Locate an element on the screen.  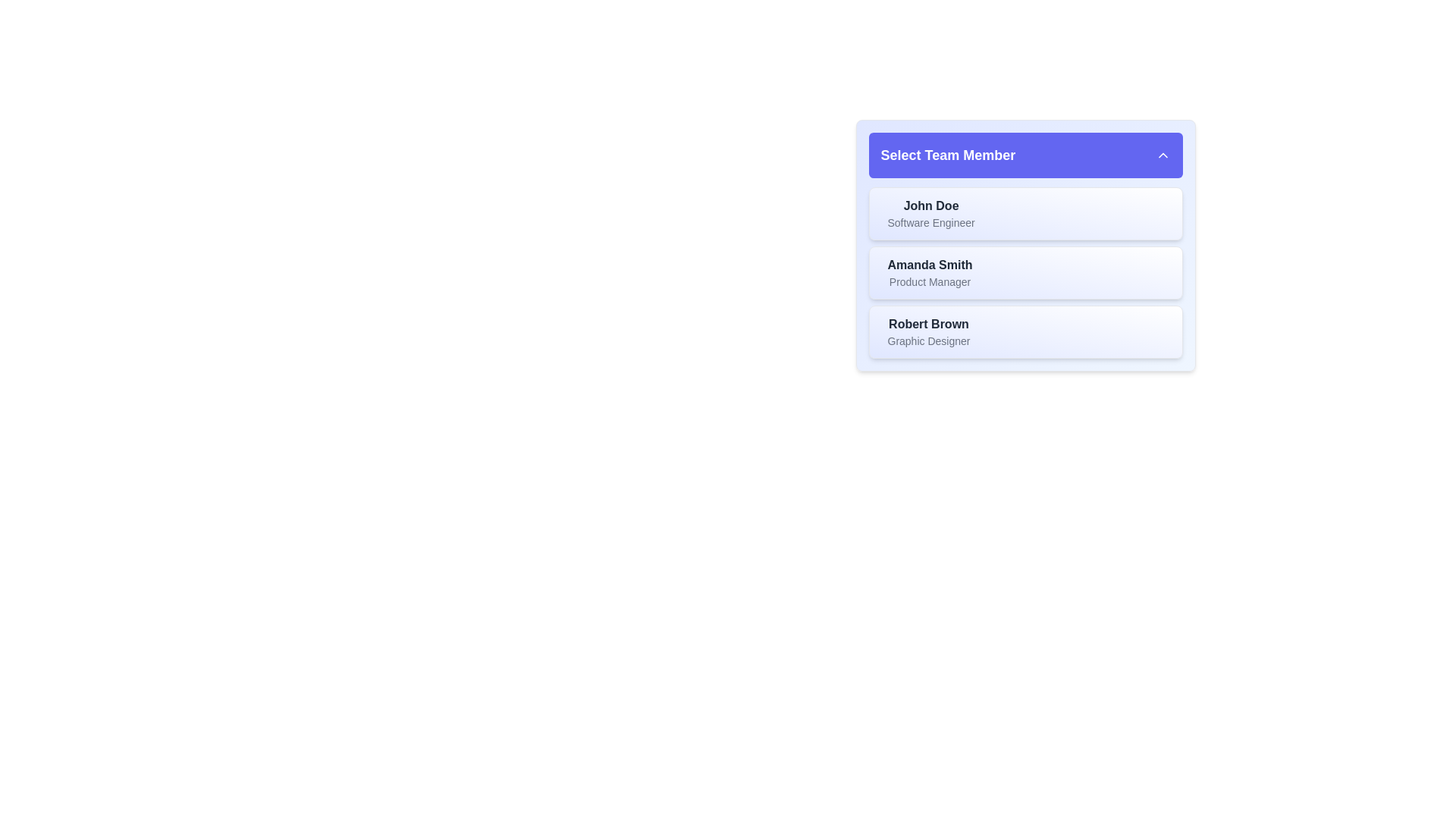
text label displaying 'Graphic Designer' located below the bold name 'Robert Brown' in the bottom section of the selectable entry is located at coordinates (927, 341).